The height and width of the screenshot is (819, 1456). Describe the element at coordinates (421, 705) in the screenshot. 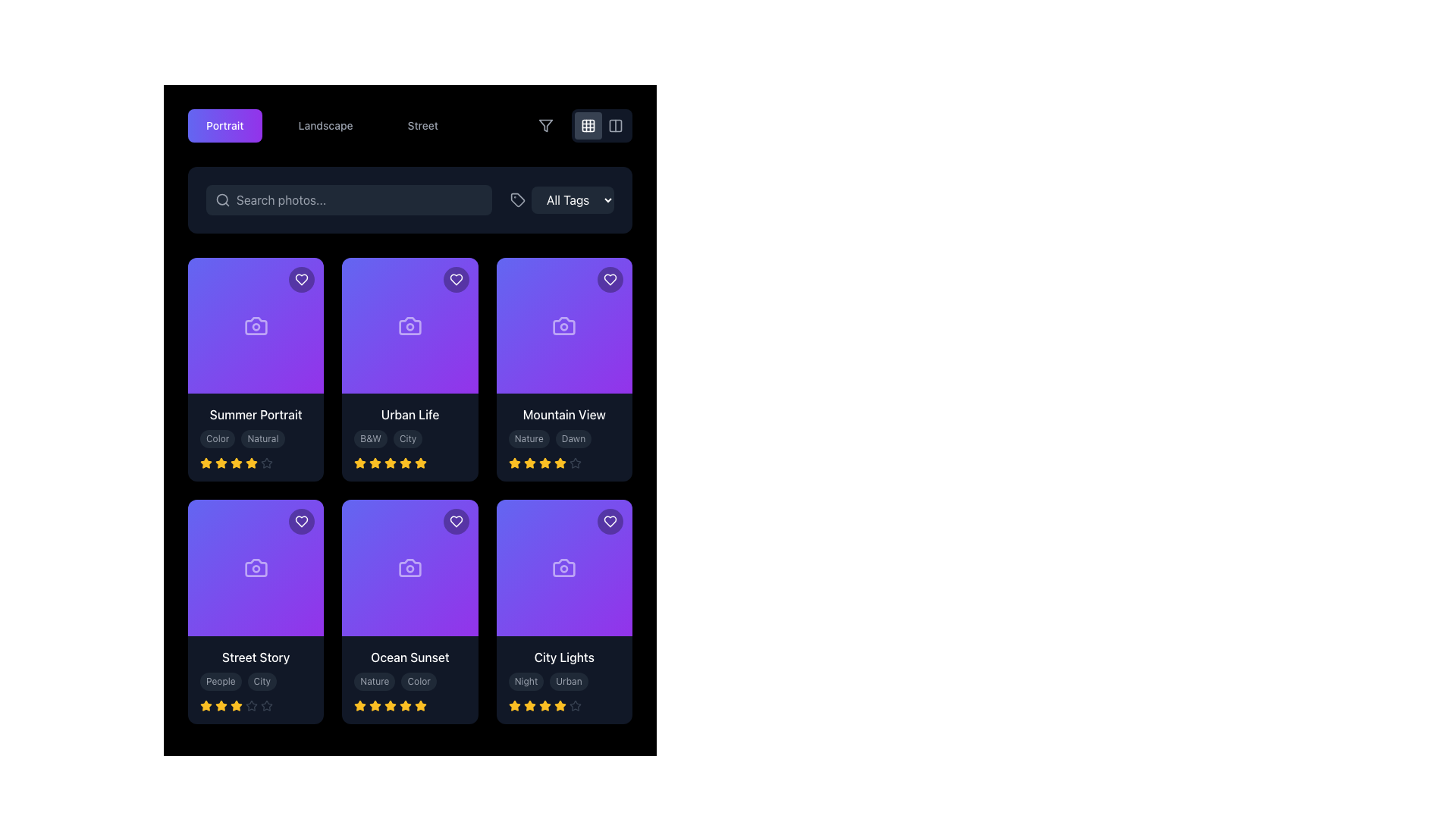

I see `the fifth star icon in the user rating section of the 'Ocean Sunset' card` at that location.